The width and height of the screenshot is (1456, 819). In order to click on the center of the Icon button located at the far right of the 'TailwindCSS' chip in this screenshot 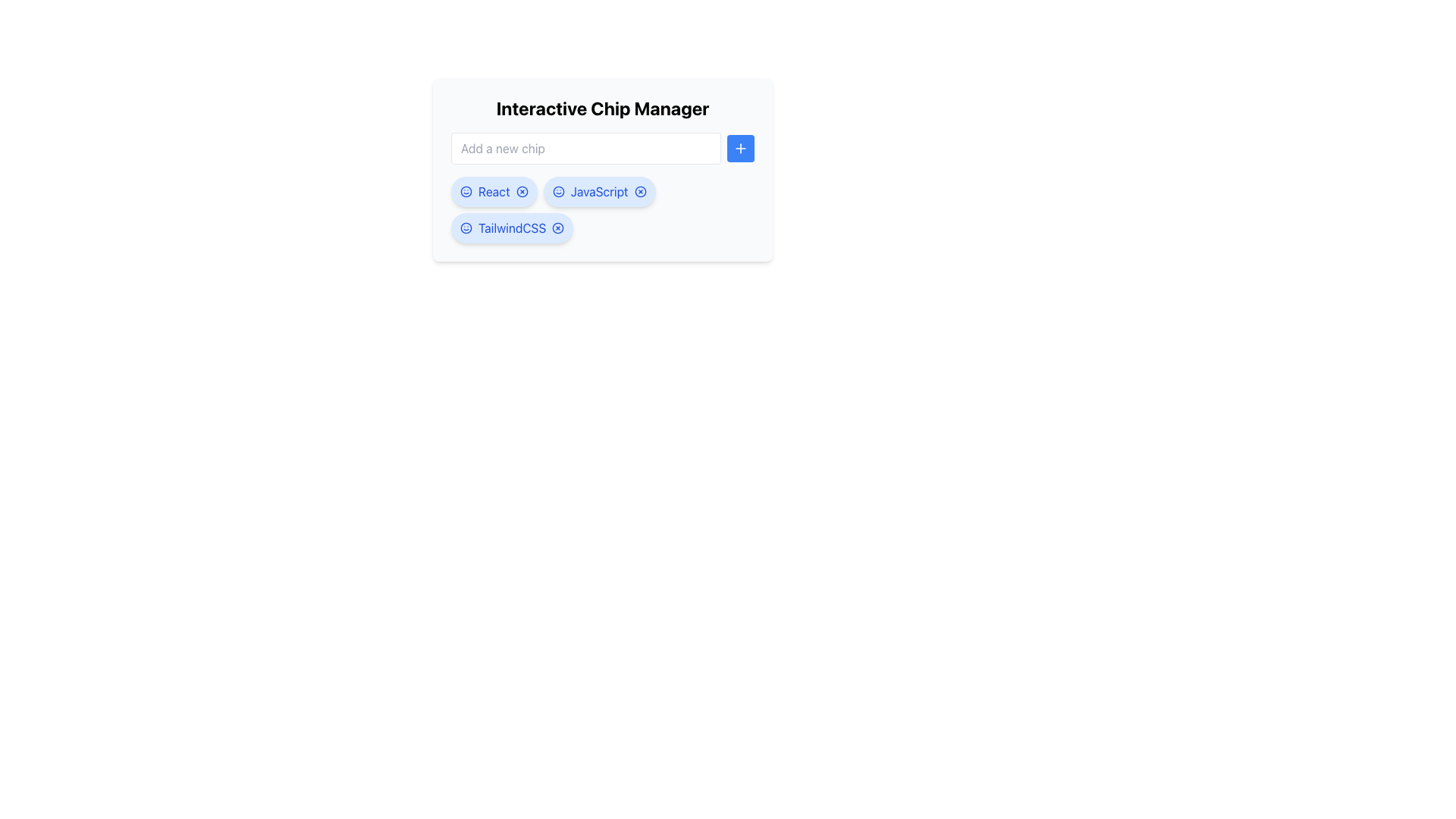, I will do `click(557, 227)`.